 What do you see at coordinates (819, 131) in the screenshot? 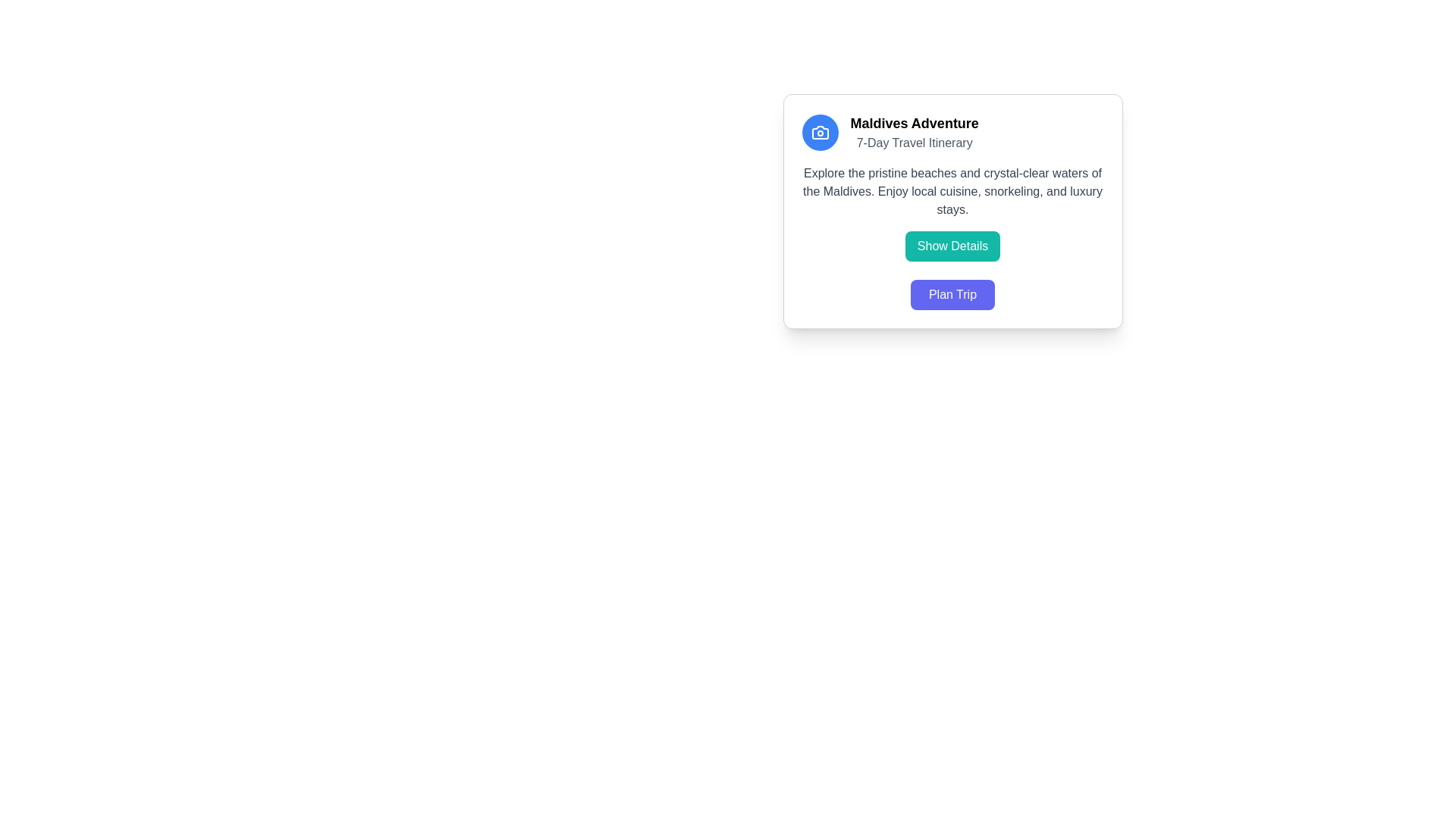
I see `the camera icon located within the circular button at the top-left corner of the card-like UI element` at bounding box center [819, 131].